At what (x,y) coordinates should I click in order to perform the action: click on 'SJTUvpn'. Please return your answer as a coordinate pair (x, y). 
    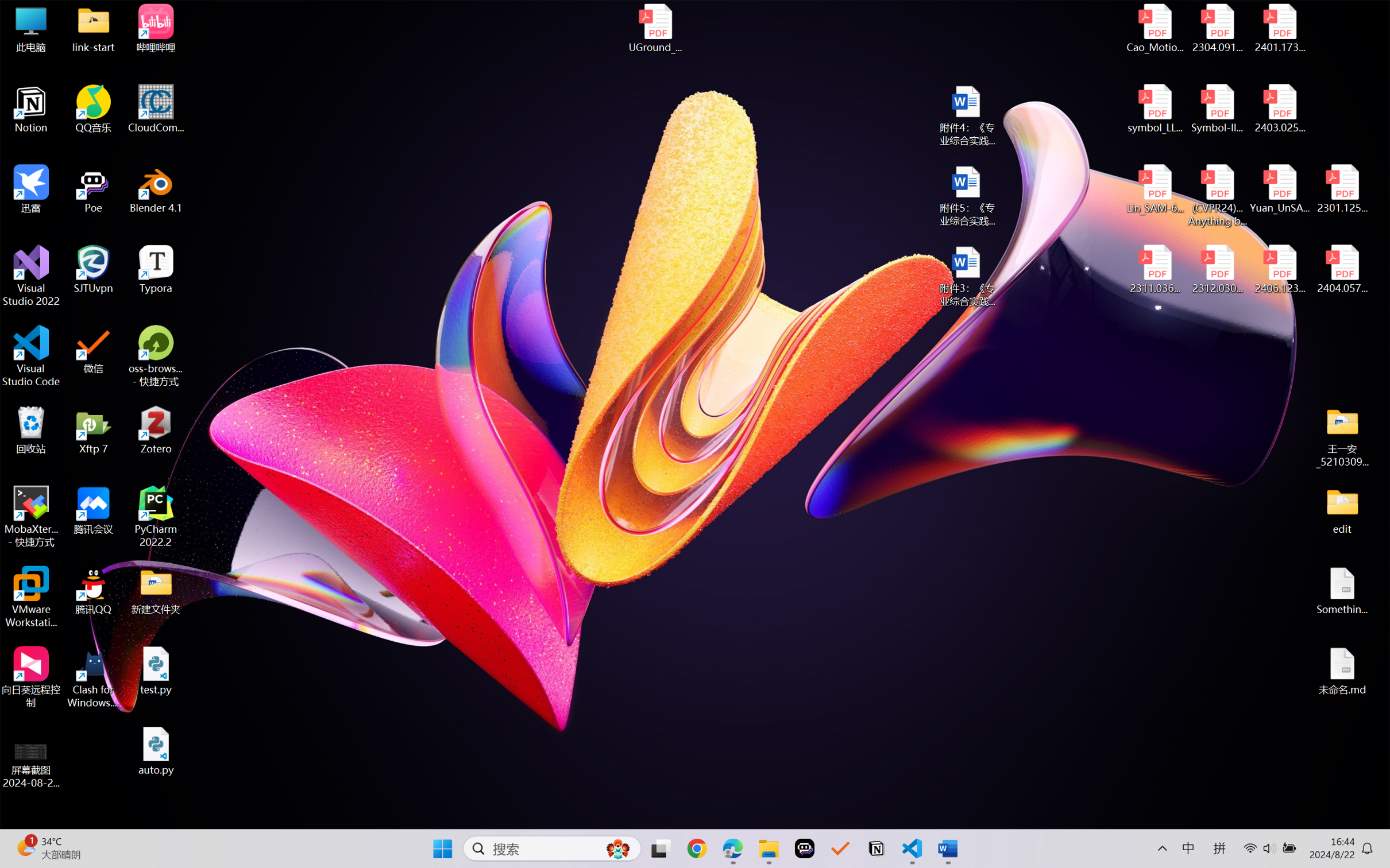
    Looking at the image, I should click on (94, 269).